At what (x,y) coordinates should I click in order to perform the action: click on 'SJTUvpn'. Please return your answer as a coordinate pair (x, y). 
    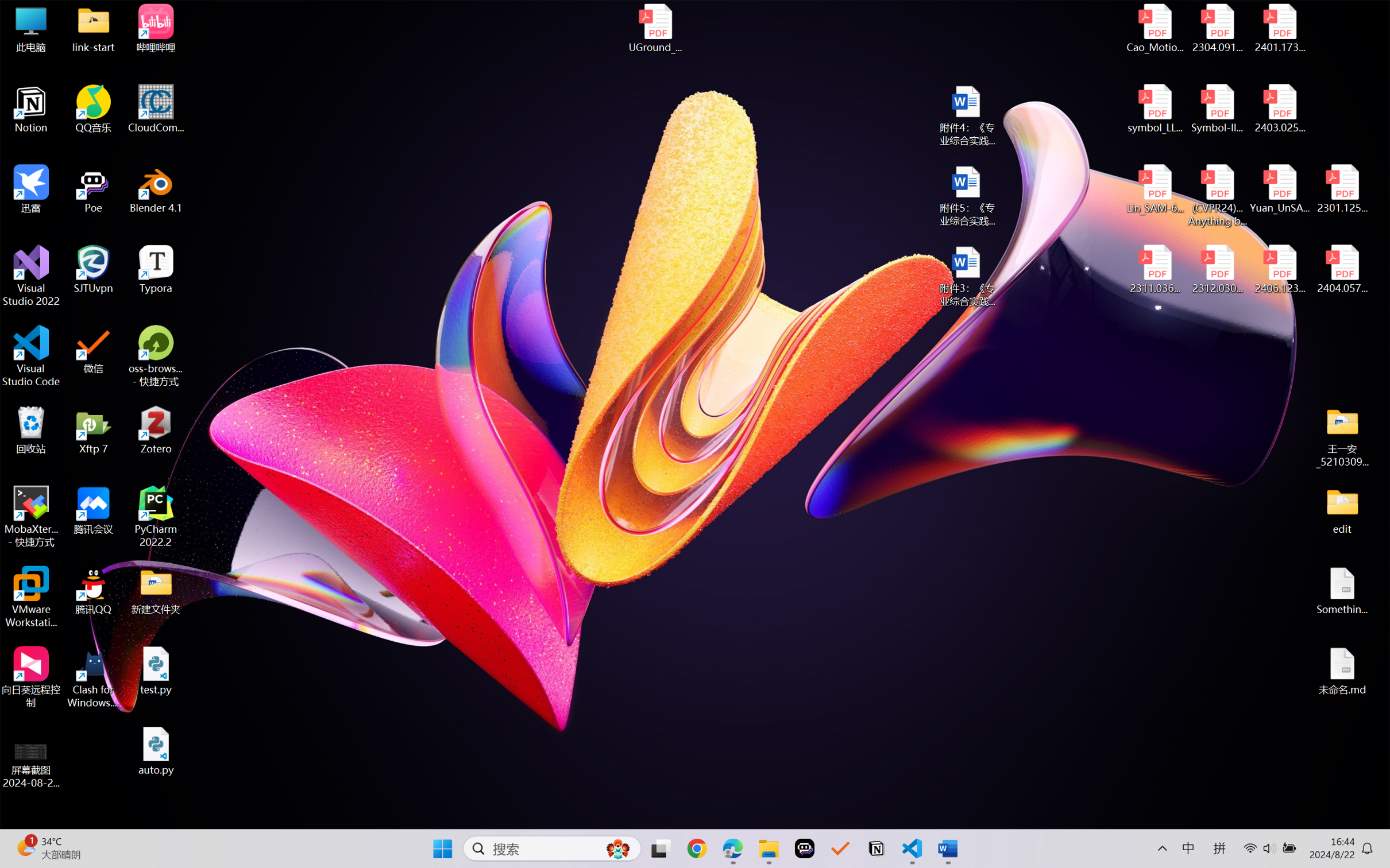
    Looking at the image, I should click on (94, 269).